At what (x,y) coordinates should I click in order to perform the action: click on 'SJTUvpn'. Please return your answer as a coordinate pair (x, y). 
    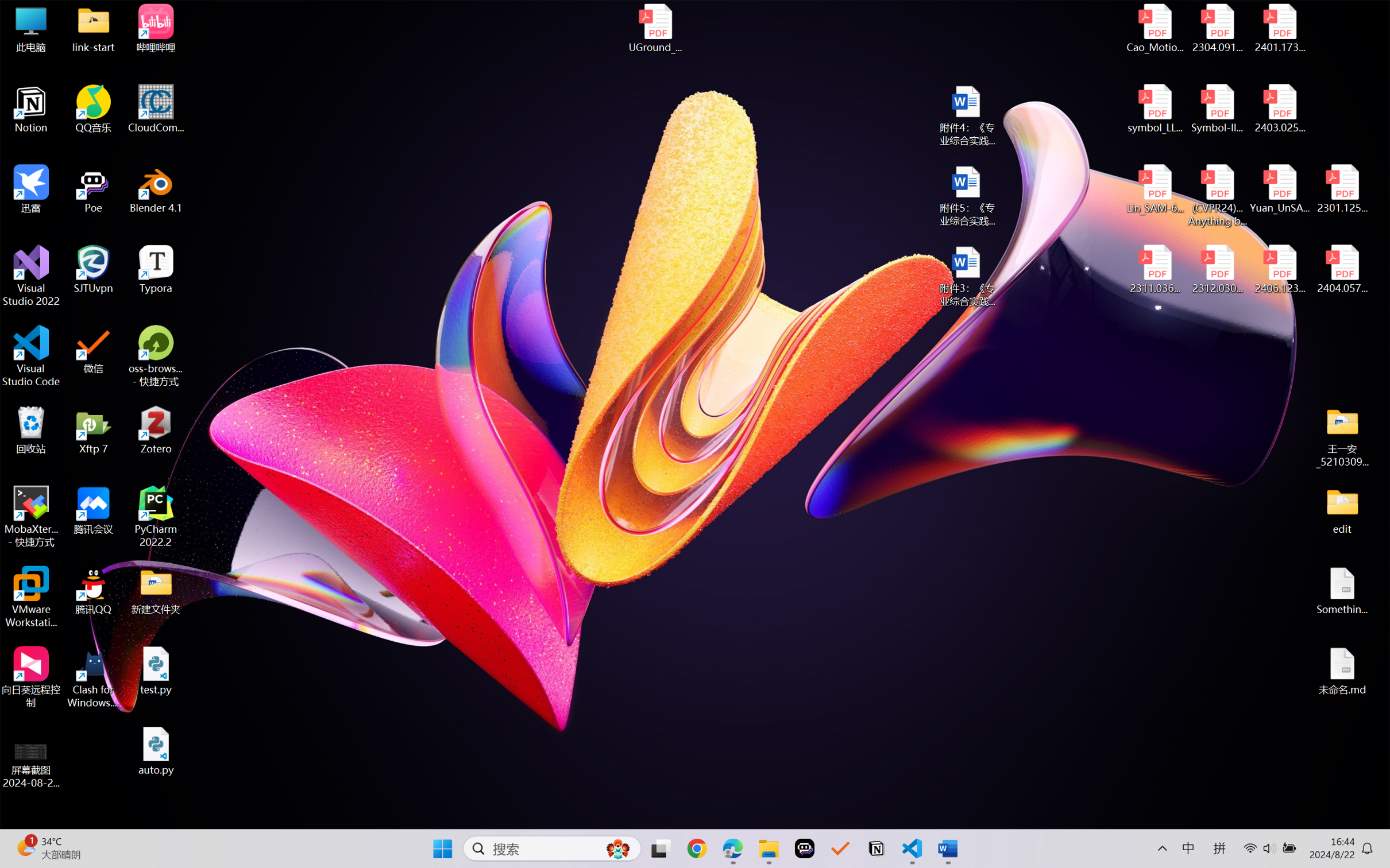
    Looking at the image, I should click on (94, 269).